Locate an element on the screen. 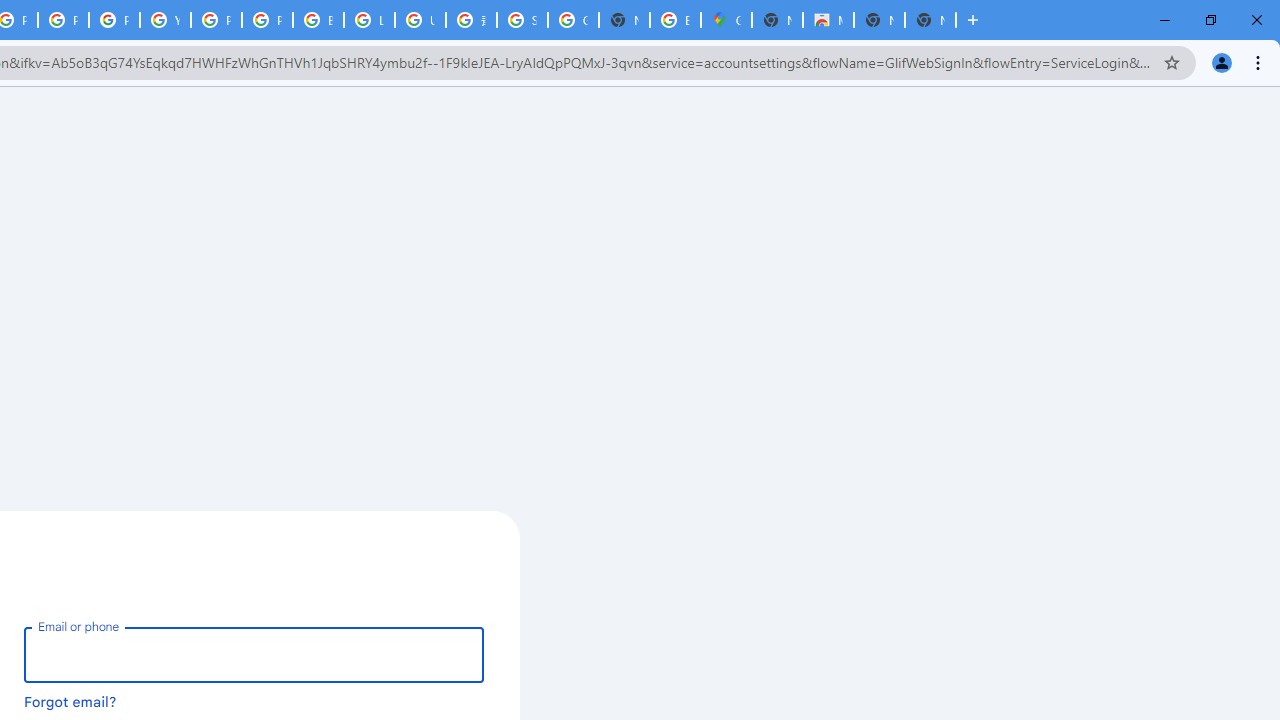 This screenshot has height=720, width=1280. 'Google Maps' is located at coordinates (726, 20).